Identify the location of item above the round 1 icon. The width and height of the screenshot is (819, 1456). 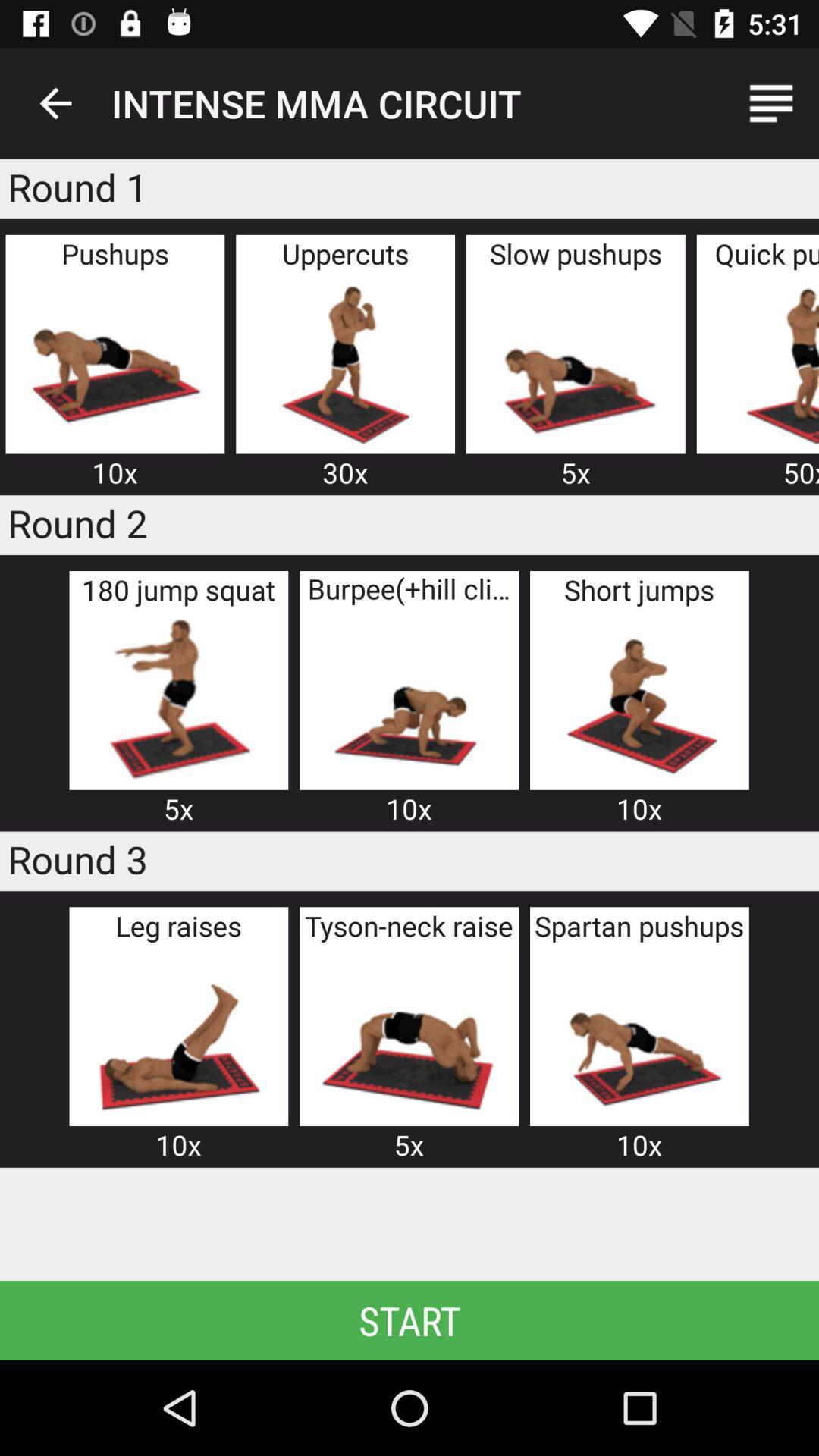
(55, 102).